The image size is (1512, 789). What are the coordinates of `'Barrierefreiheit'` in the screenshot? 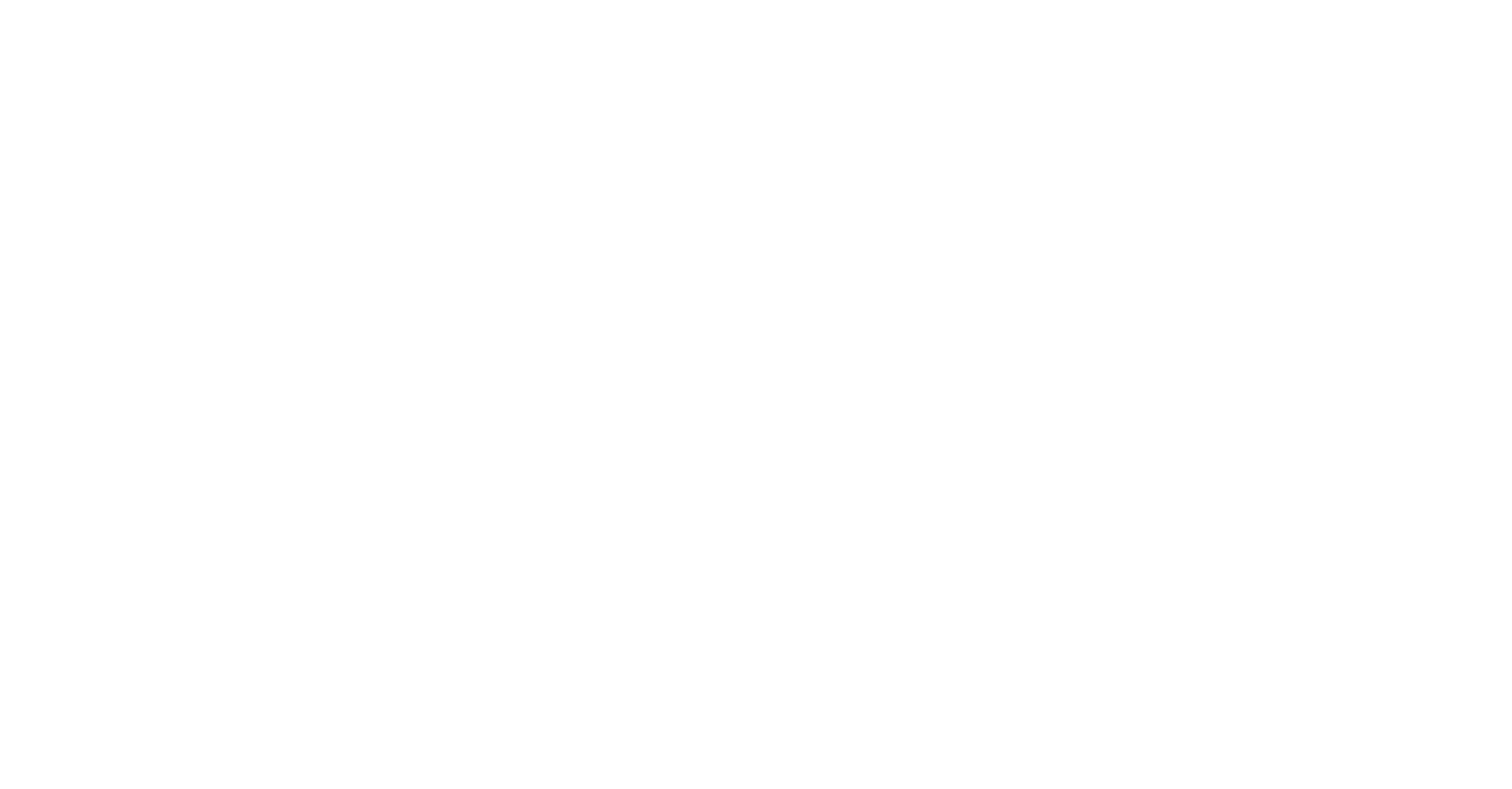 It's located at (82, 490).